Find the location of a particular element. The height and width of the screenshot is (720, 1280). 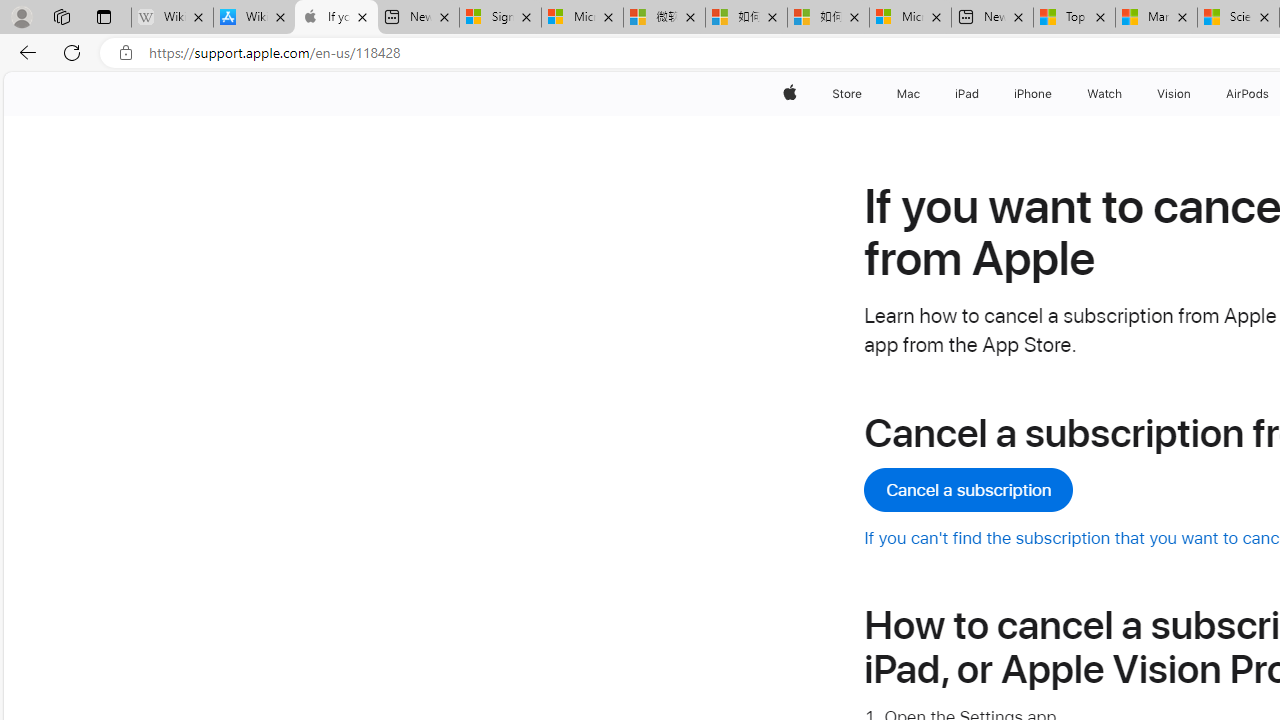

'Tab actions menu' is located at coordinates (103, 16).